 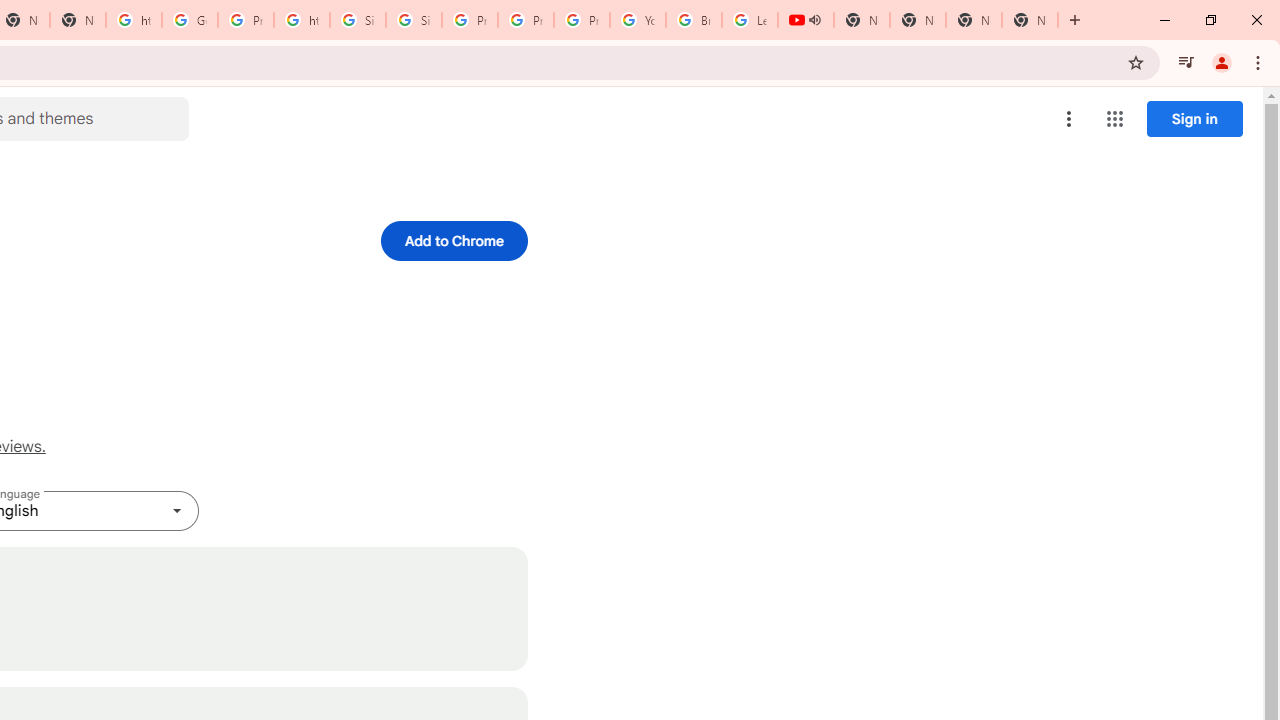 I want to click on 'Sign in - Google Accounts', so click(x=413, y=20).